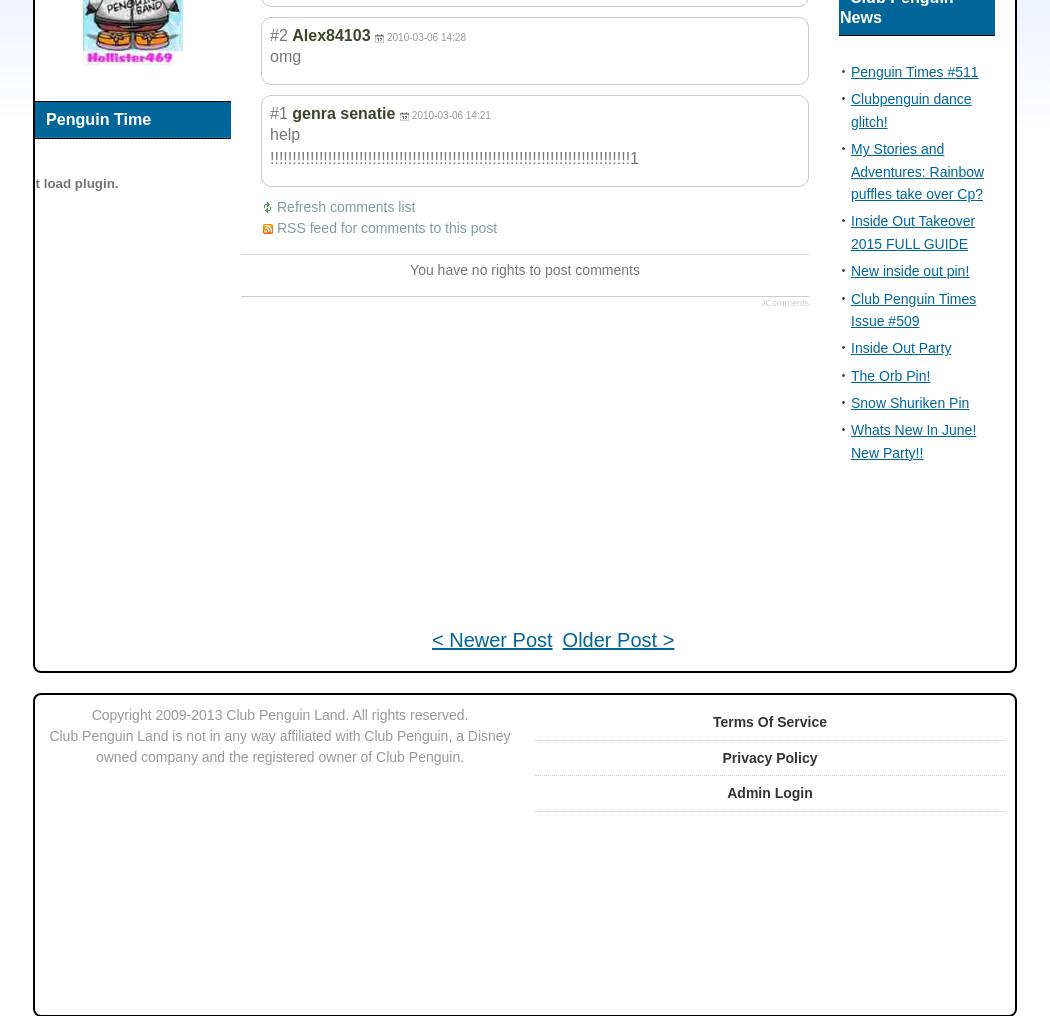 The height and width of the screenshot is (1016, 1050). I want to click on '2010-03-06 14:21', so click(410, 115).